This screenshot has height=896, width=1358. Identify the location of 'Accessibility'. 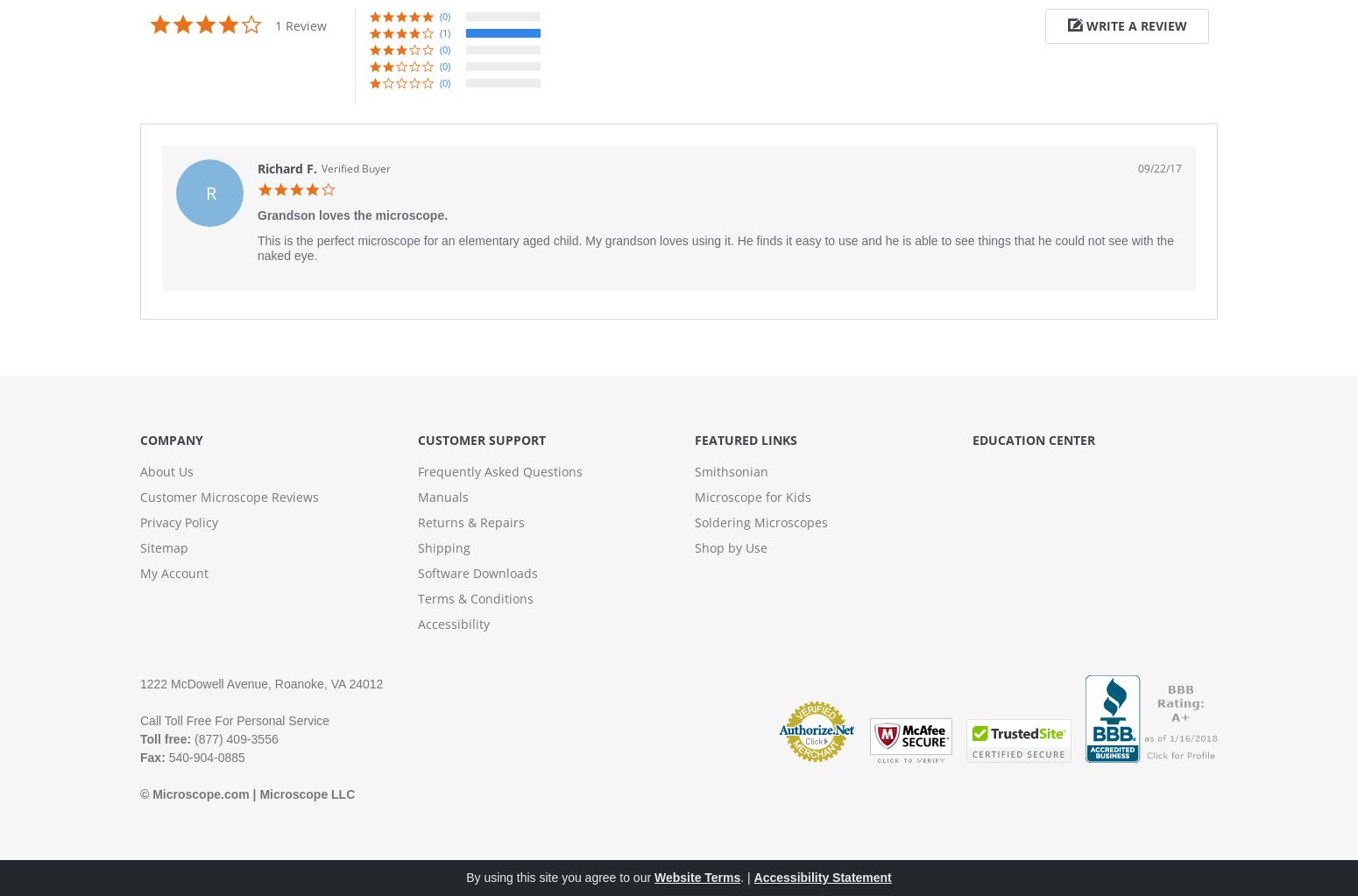
(416, 624).